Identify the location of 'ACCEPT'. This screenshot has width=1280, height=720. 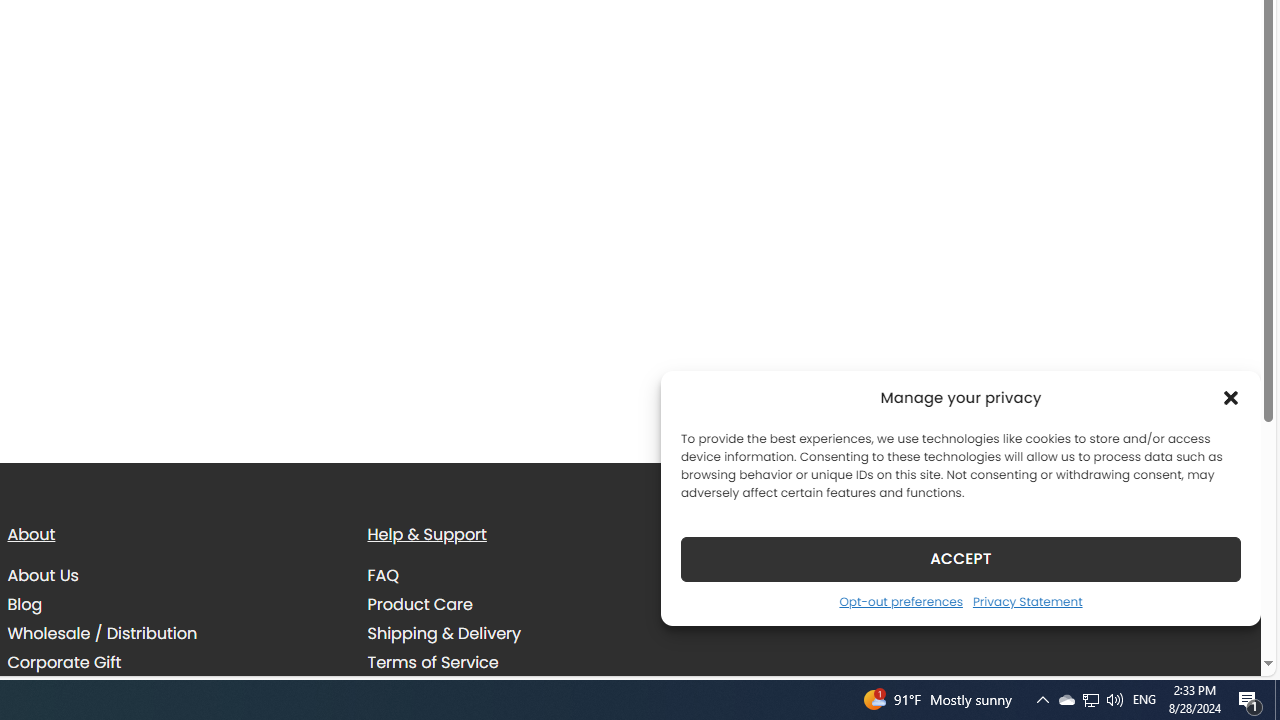
(961, 558).